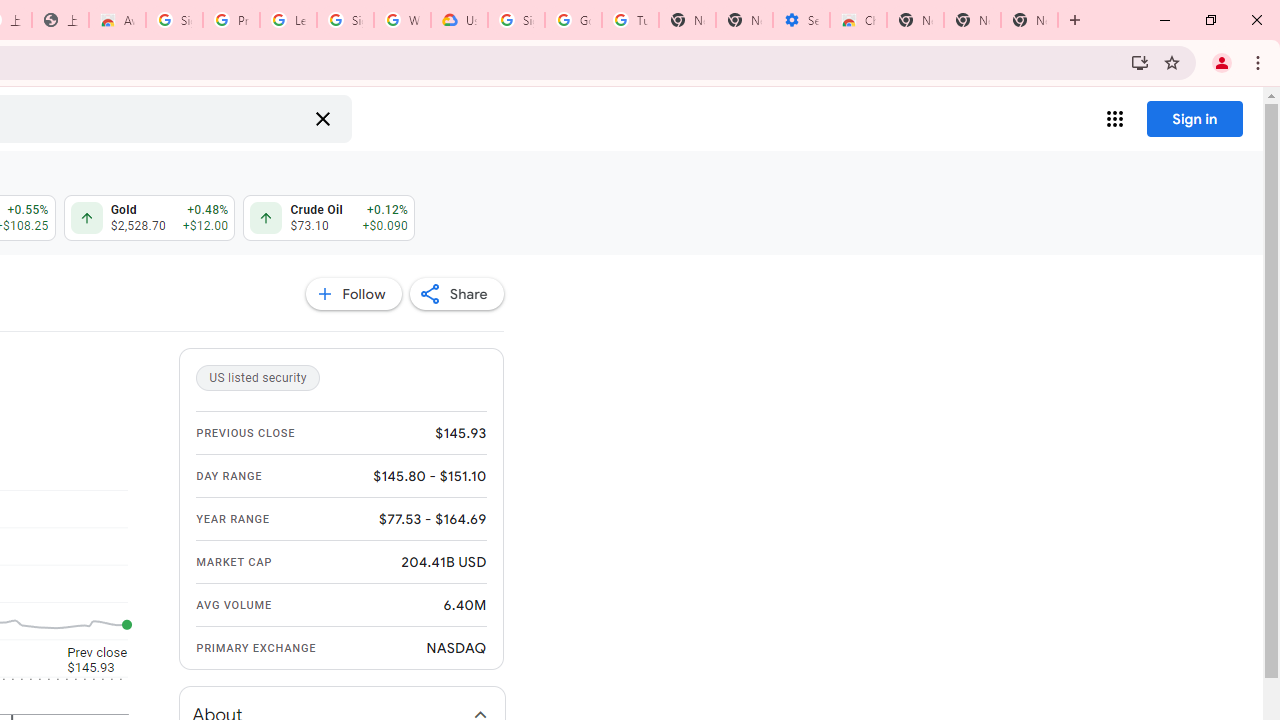 The image size is (1280, 720). What do you see at coordinates (801, 20) in the screenshot?
I see `'Settings - Accessibility'` at bounding box center [801, 20].